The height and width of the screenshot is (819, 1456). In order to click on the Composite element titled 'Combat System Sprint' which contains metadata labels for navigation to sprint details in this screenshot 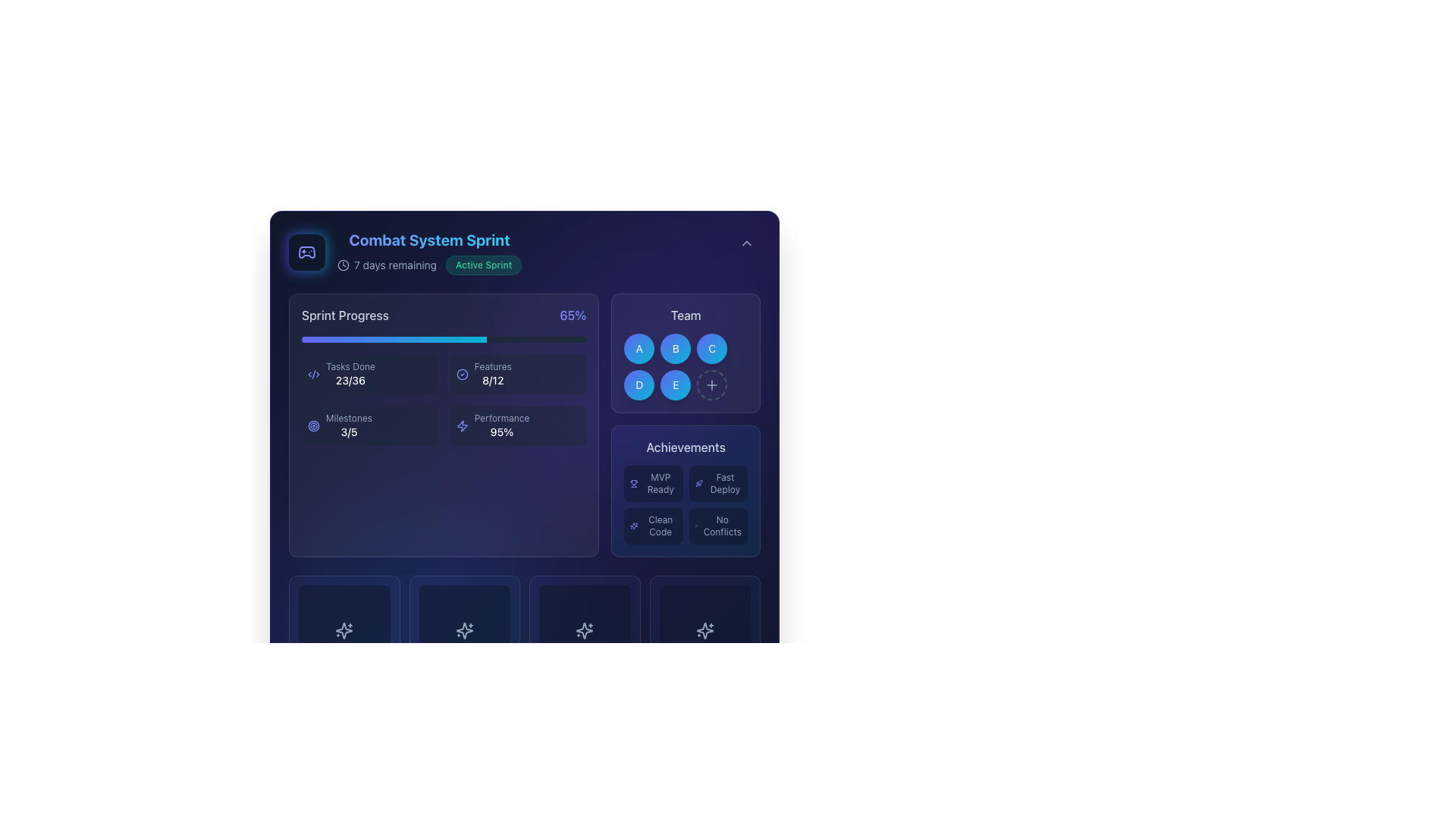, I will do `click(428, 251)`.